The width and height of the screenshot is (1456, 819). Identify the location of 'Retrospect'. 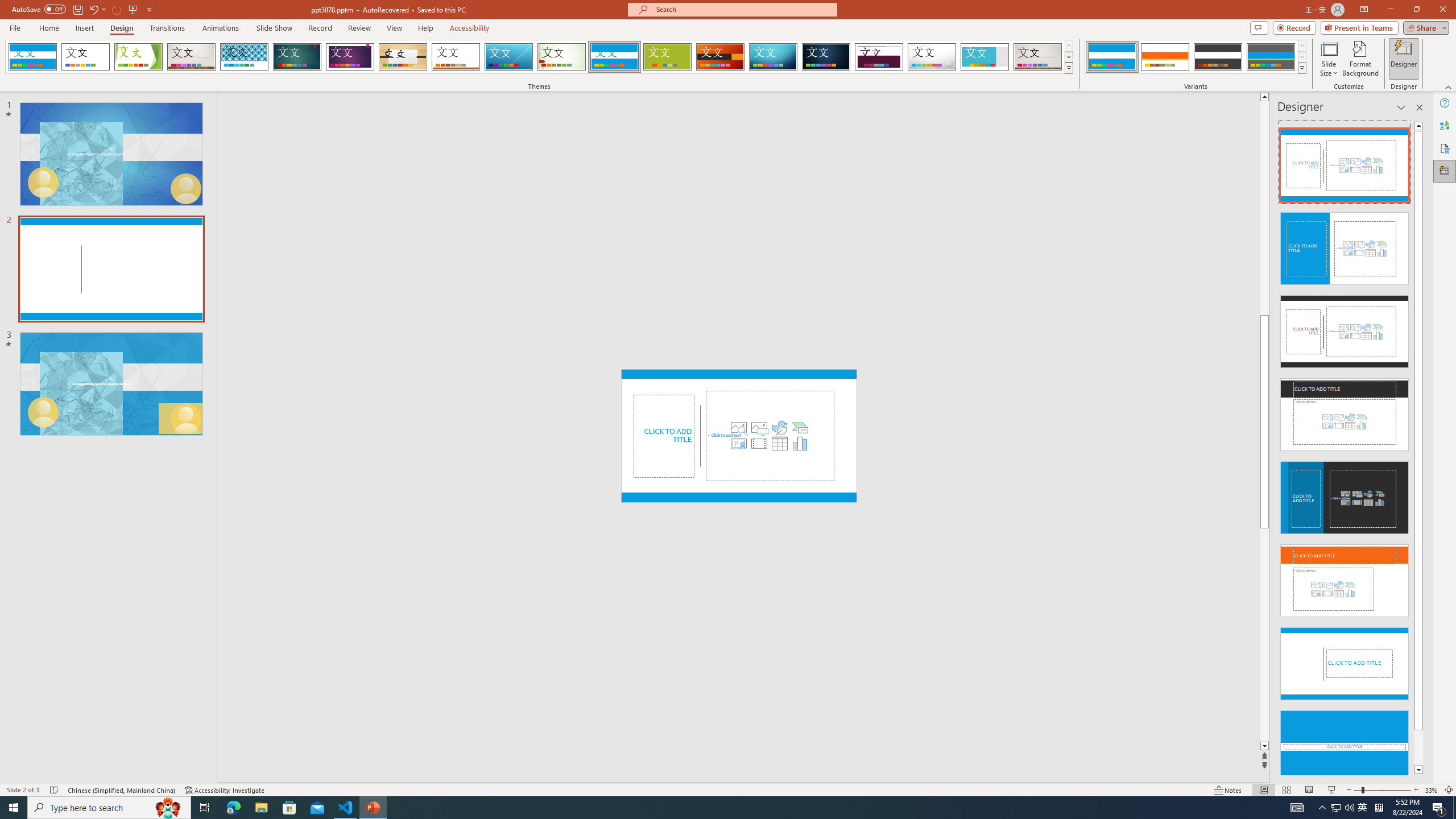
(455, 56).